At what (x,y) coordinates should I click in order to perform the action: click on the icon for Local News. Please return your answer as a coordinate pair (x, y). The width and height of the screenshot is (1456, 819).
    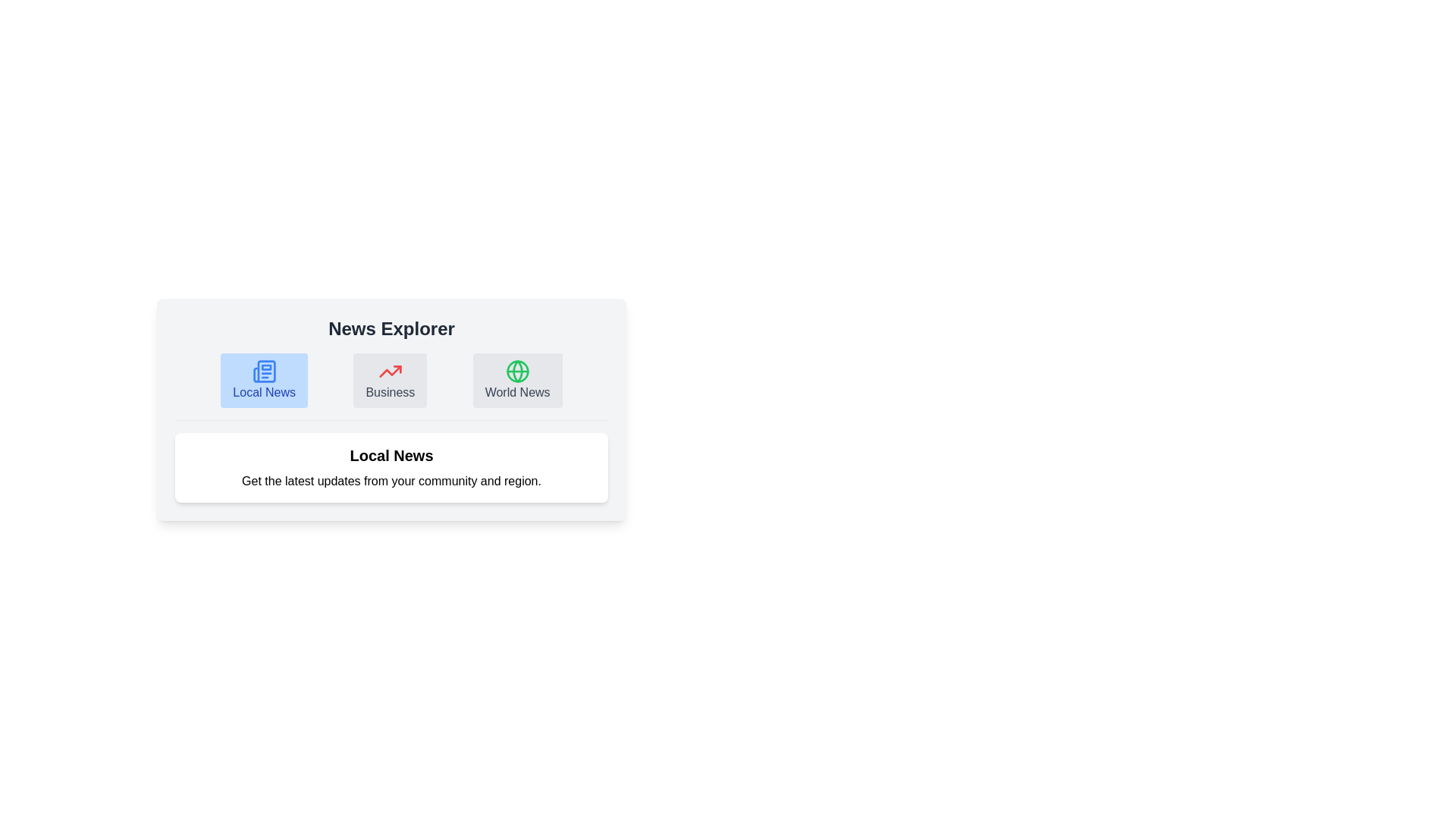
    Looking at the image, I should click on (264, 379).